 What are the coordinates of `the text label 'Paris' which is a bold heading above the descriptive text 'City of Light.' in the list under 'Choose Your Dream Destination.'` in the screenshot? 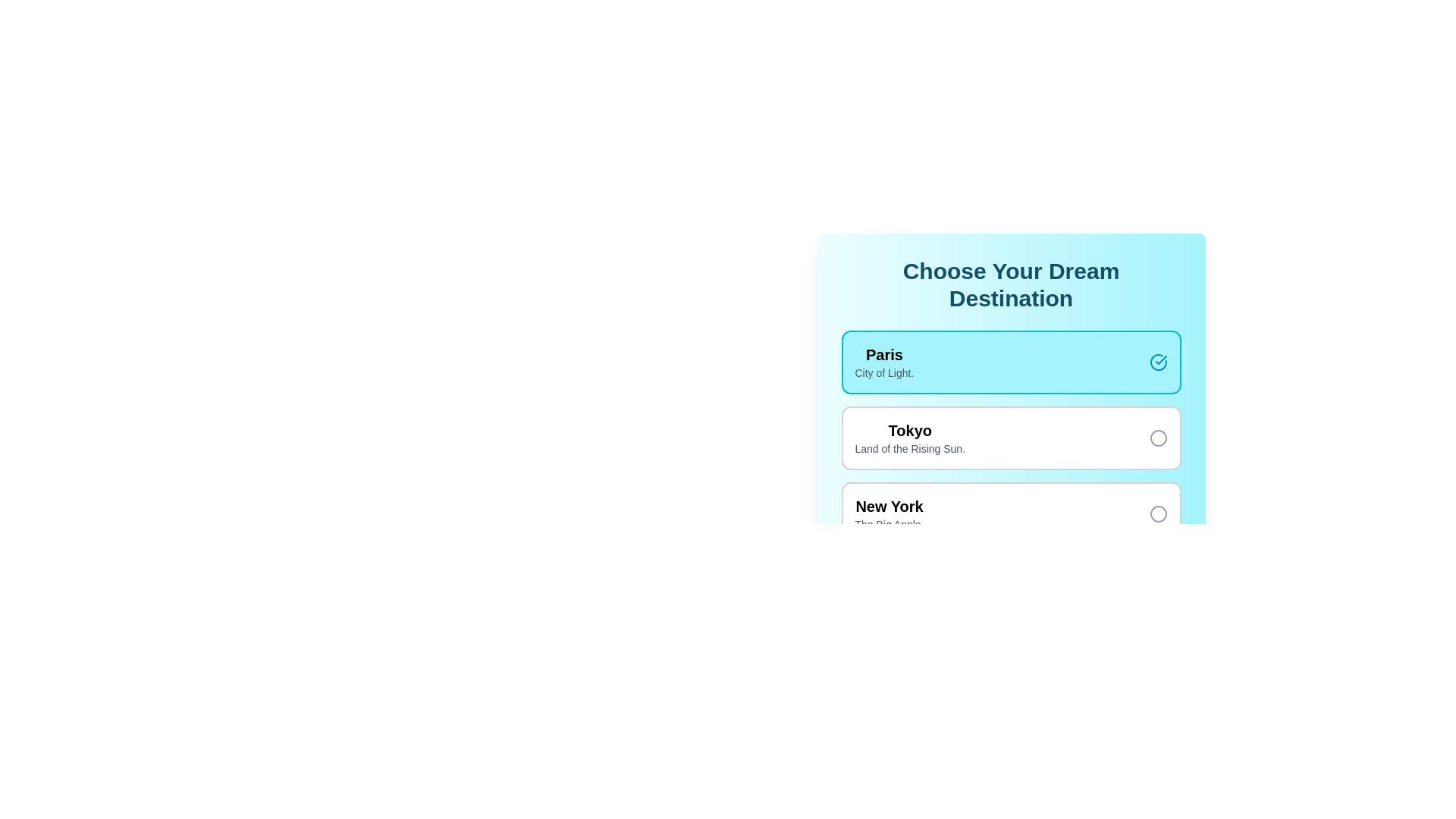 It's located at (884, 354).